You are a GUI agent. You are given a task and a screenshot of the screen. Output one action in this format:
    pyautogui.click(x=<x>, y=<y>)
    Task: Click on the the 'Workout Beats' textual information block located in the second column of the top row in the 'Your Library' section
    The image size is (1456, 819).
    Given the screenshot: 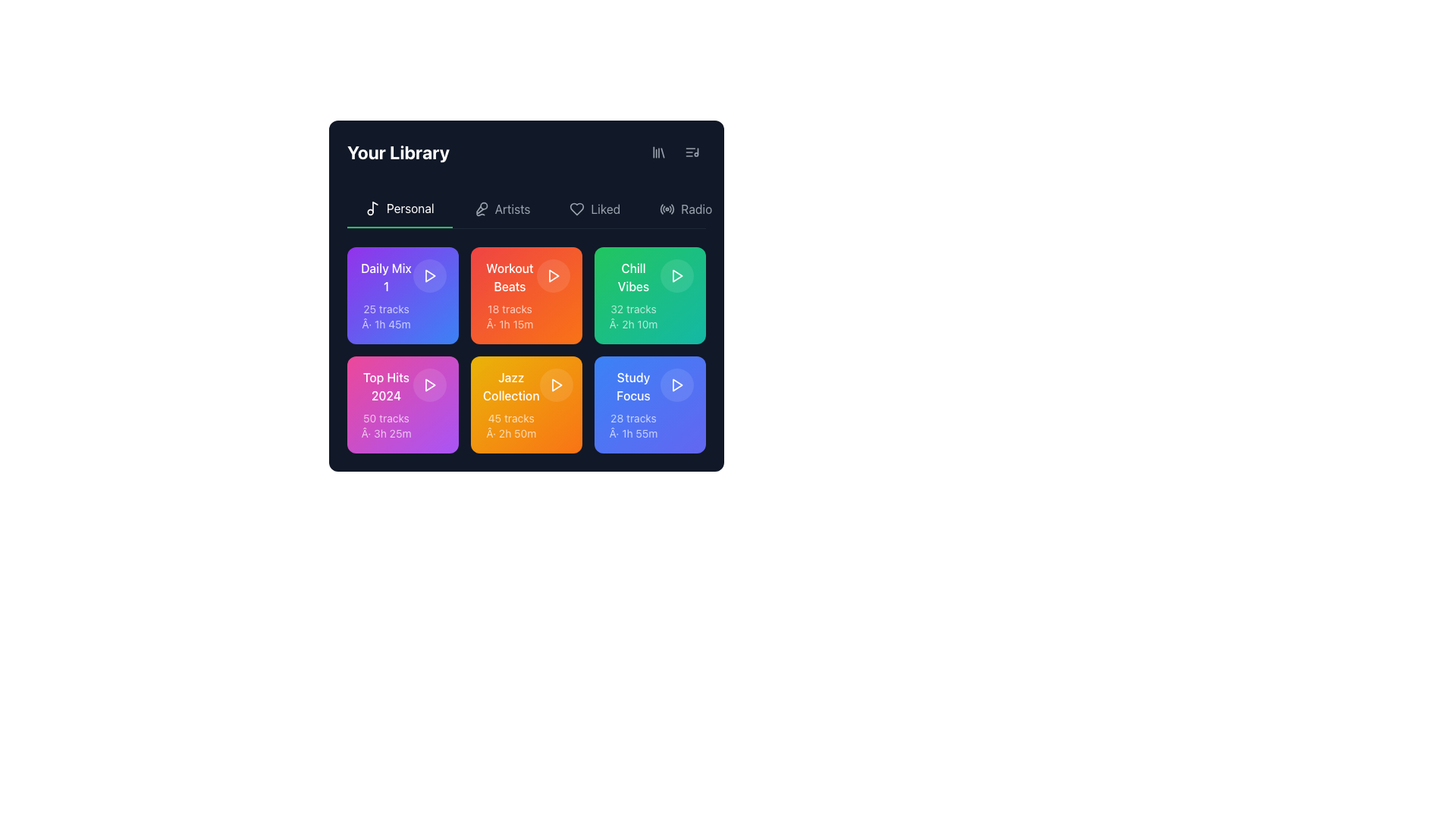 What is the action you would take?
    pyautogui.click(x=510, y=295)
    